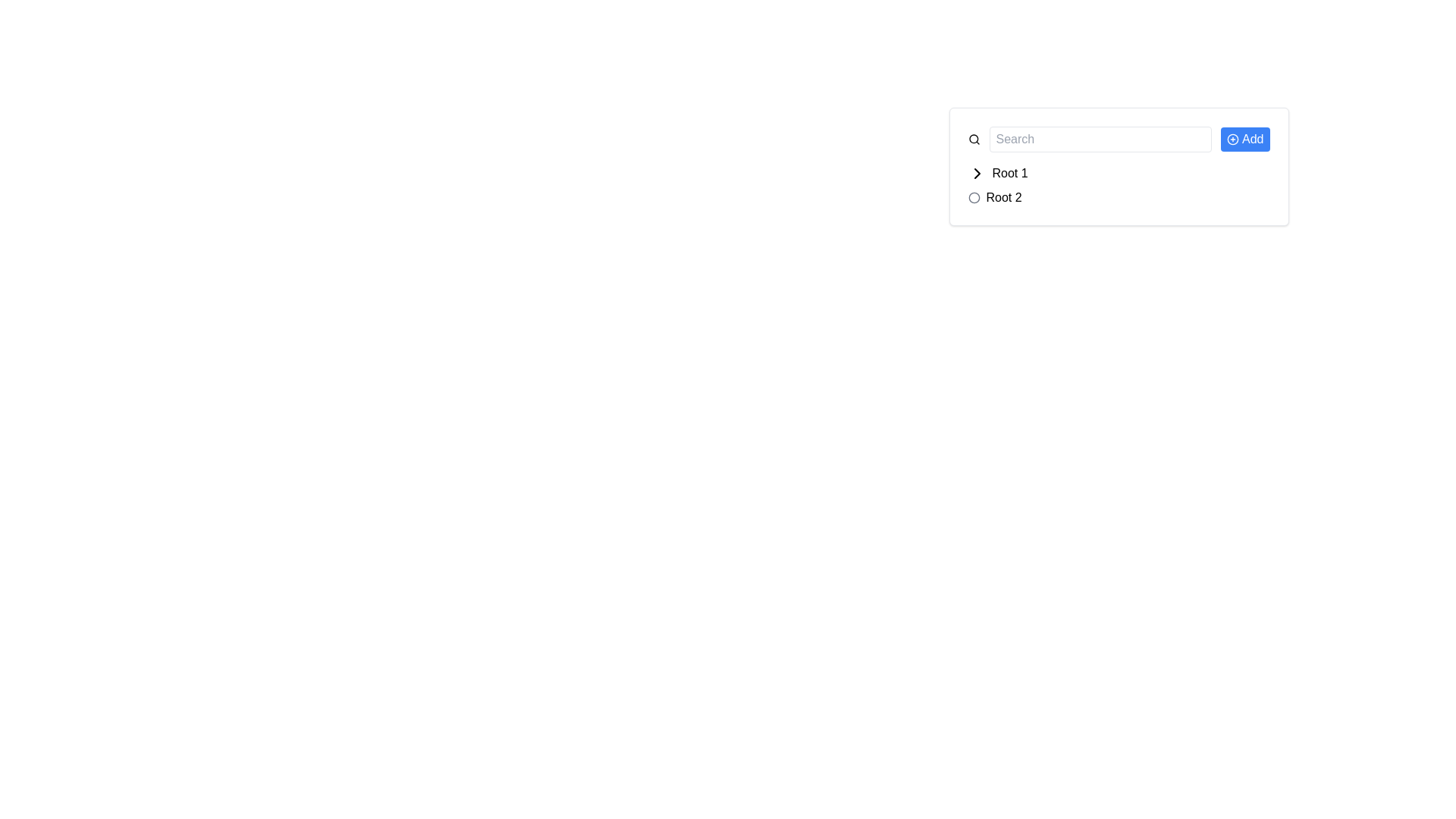  I want to click on the Chevron right arrow icon, so click(977, 172).